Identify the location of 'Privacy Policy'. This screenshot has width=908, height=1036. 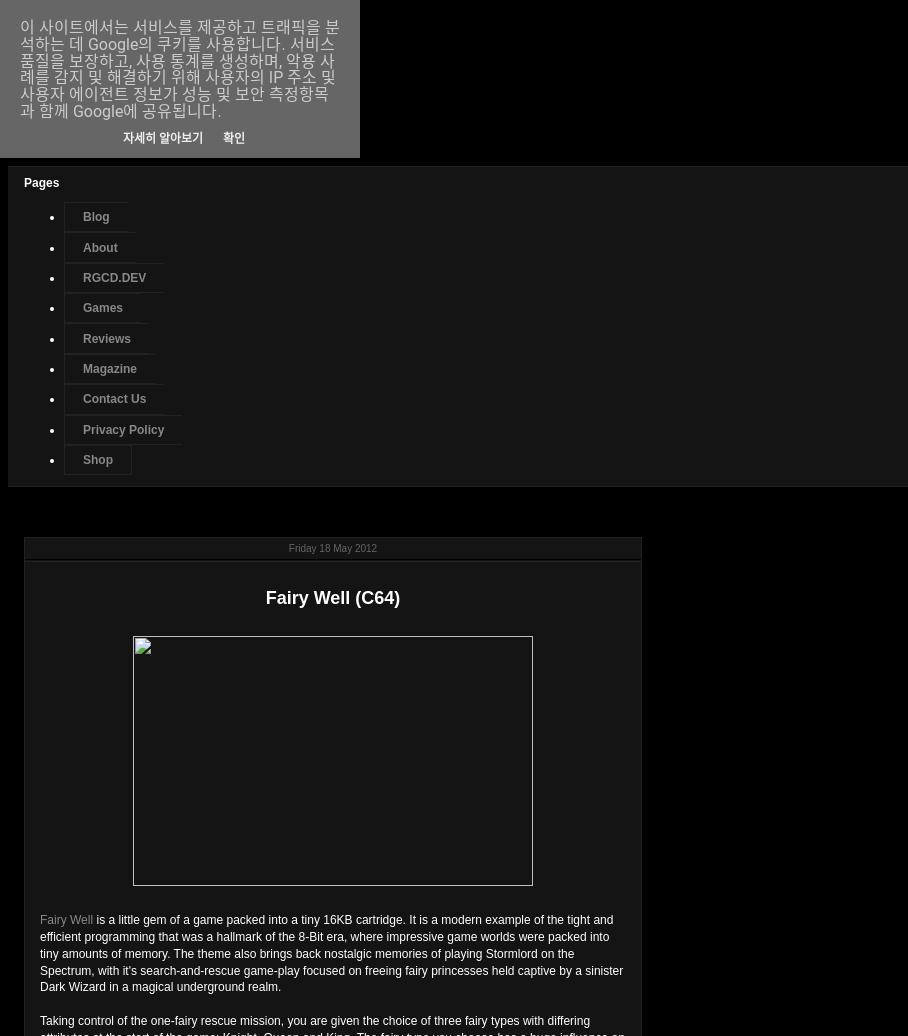
(123, 429).